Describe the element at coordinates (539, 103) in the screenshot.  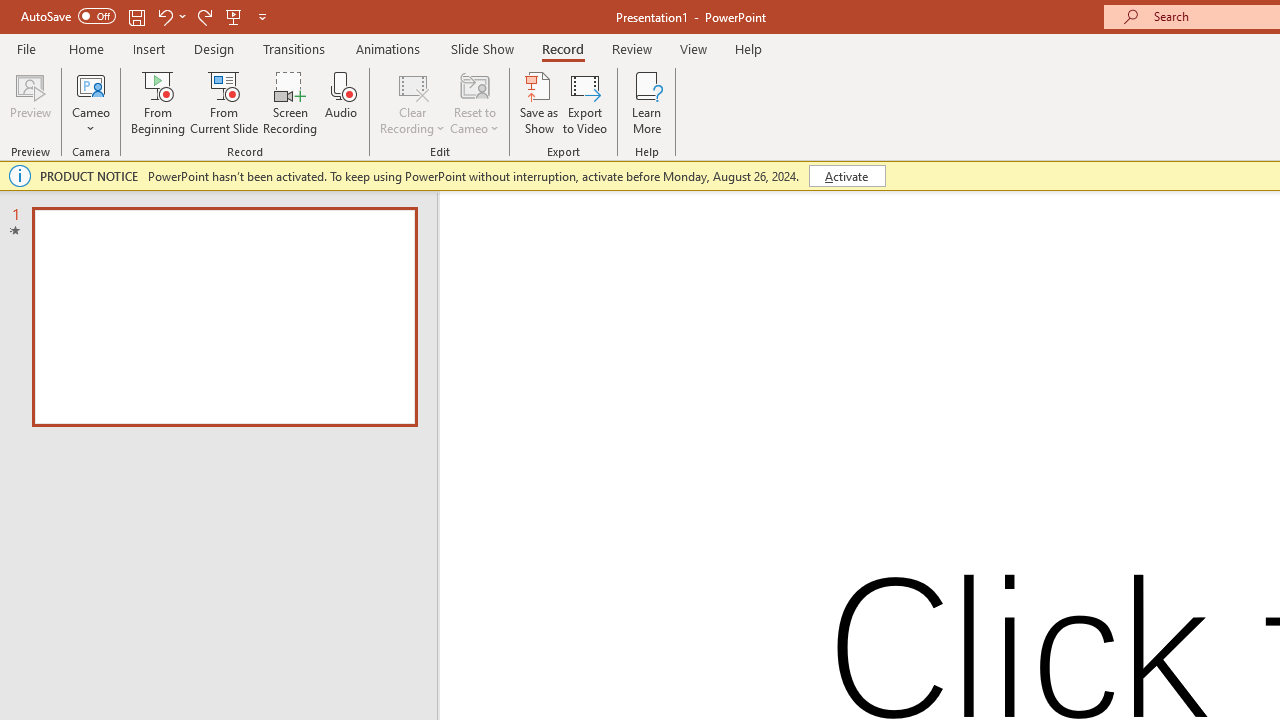
I see `'Save as Show'` at that location.